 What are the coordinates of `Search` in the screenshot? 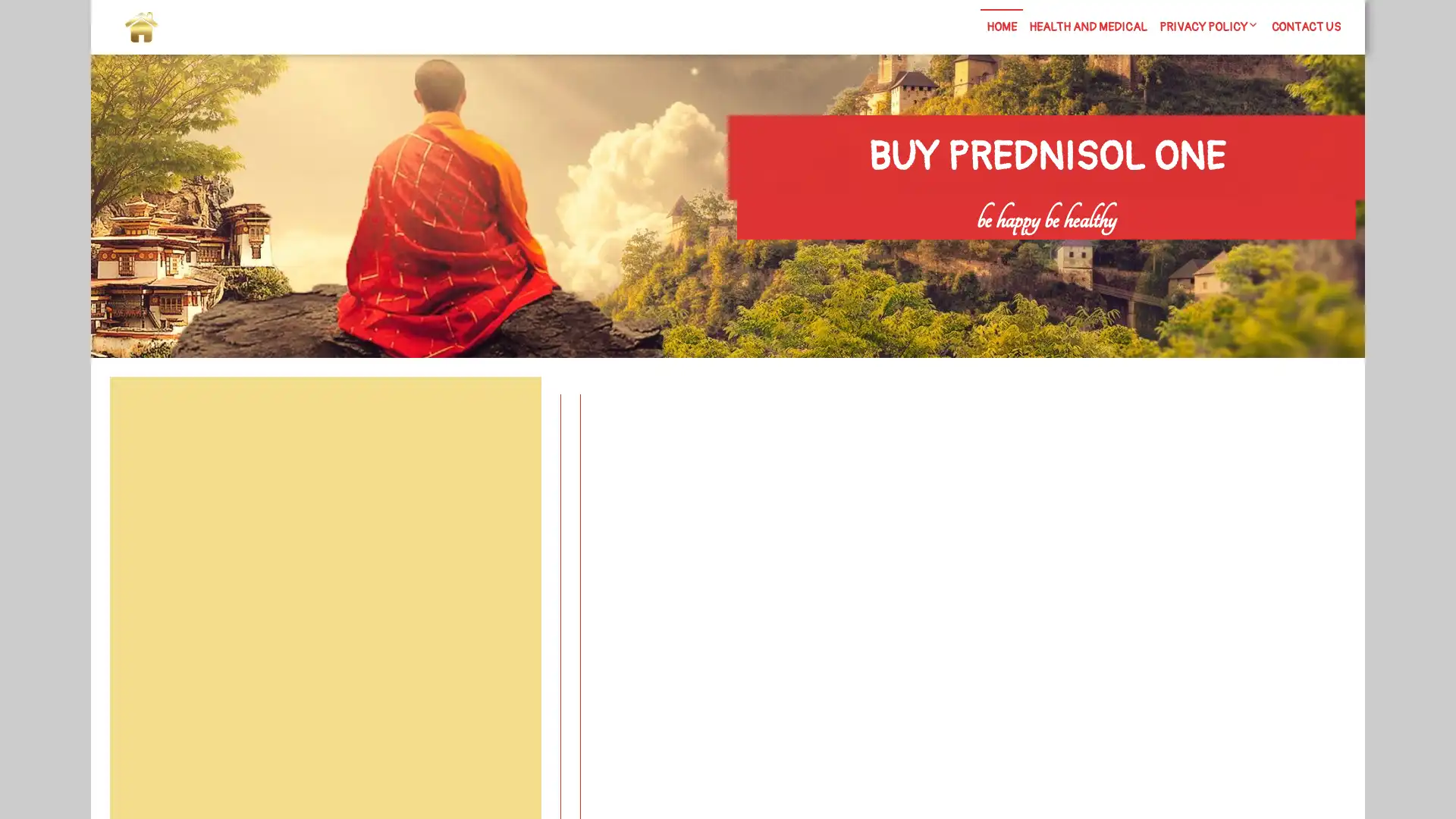 It's located at (1181, 248).